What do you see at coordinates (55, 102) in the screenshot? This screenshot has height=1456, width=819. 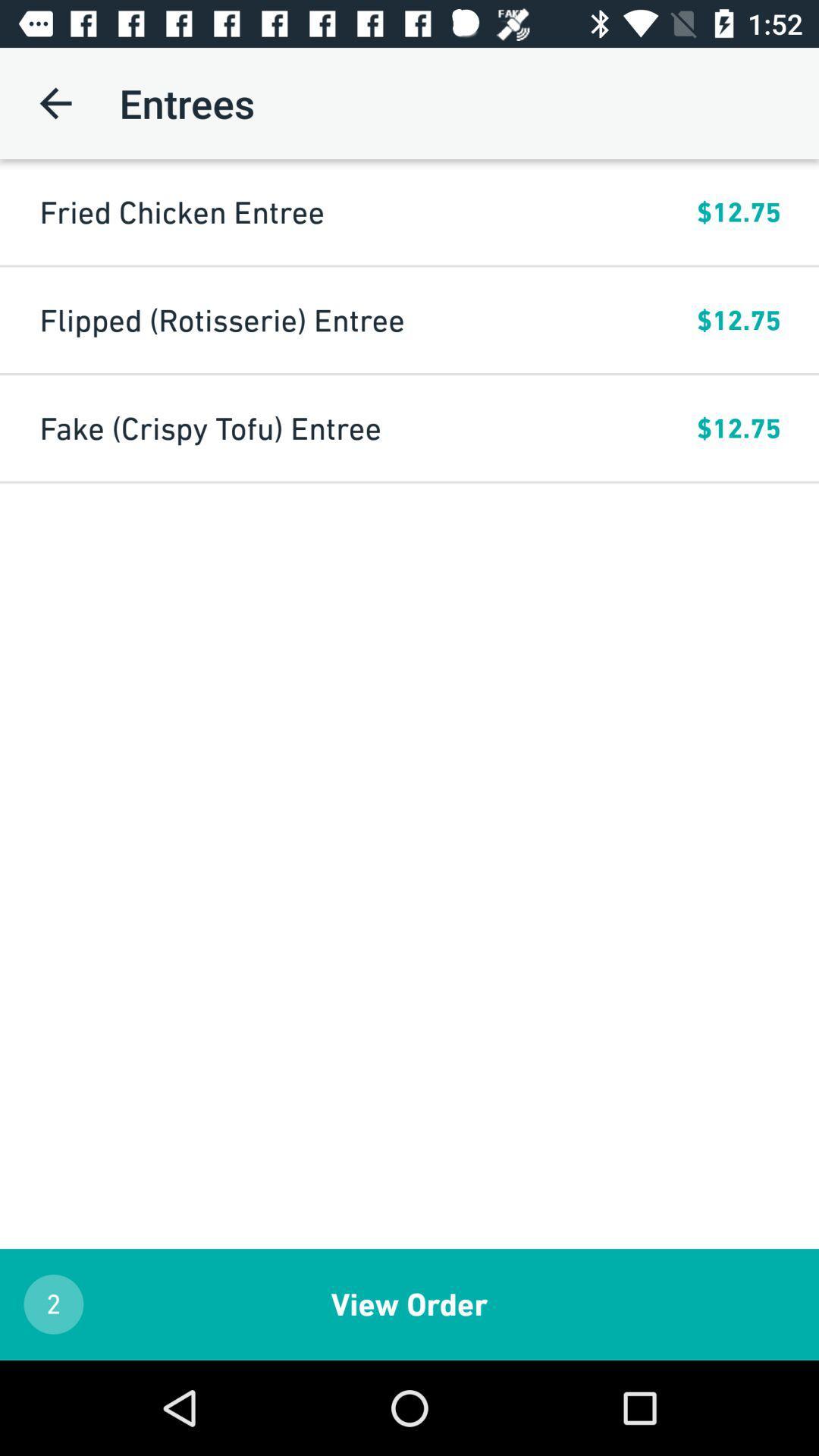 I see `the icon to the left of the entrees icon` at bounding box center [55, 102].